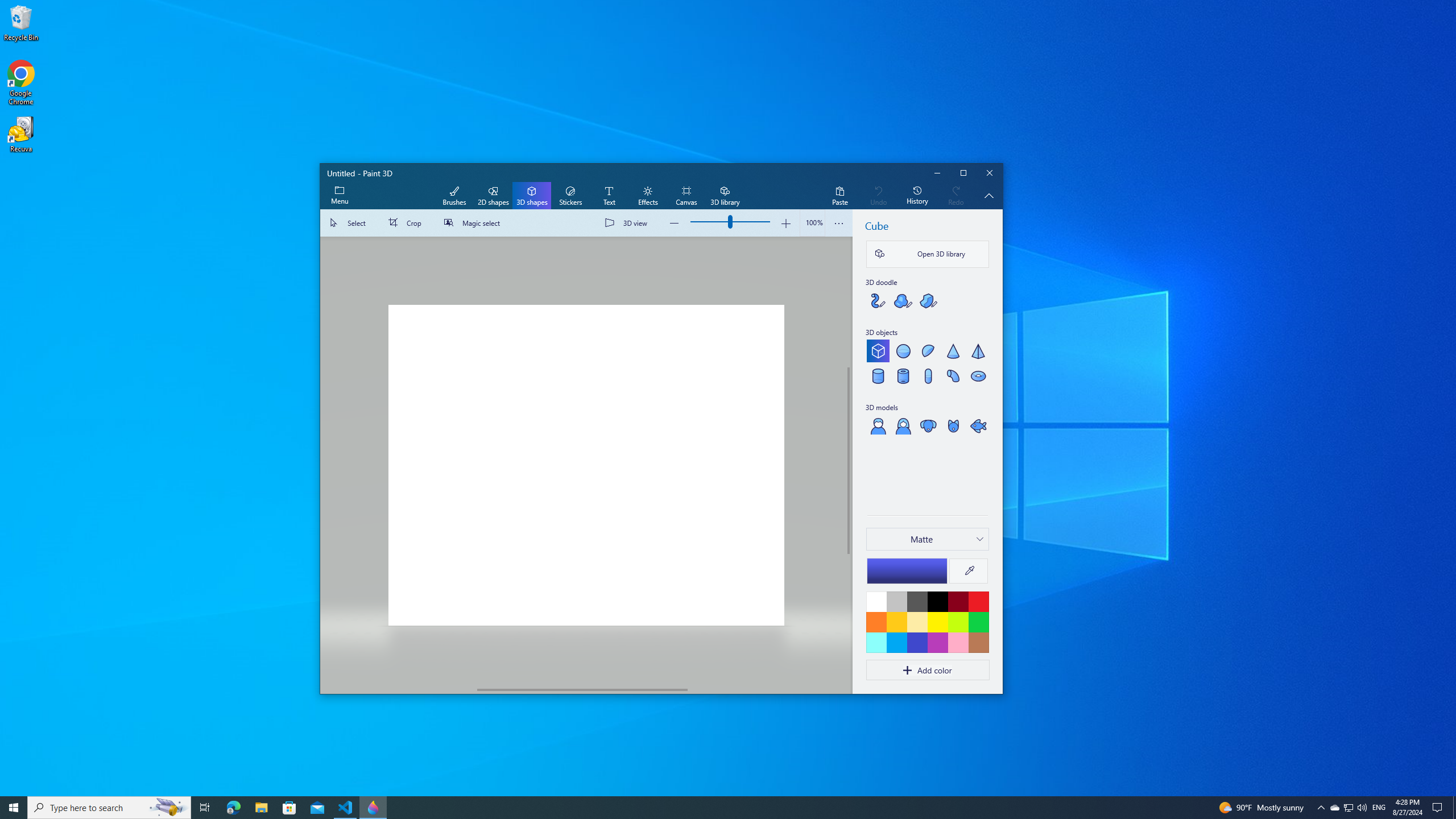 This screenshot has height=819, width=1456. Describe the element at coordinates (953, 350) in the screenshot. I see `'Cone'` at that location.